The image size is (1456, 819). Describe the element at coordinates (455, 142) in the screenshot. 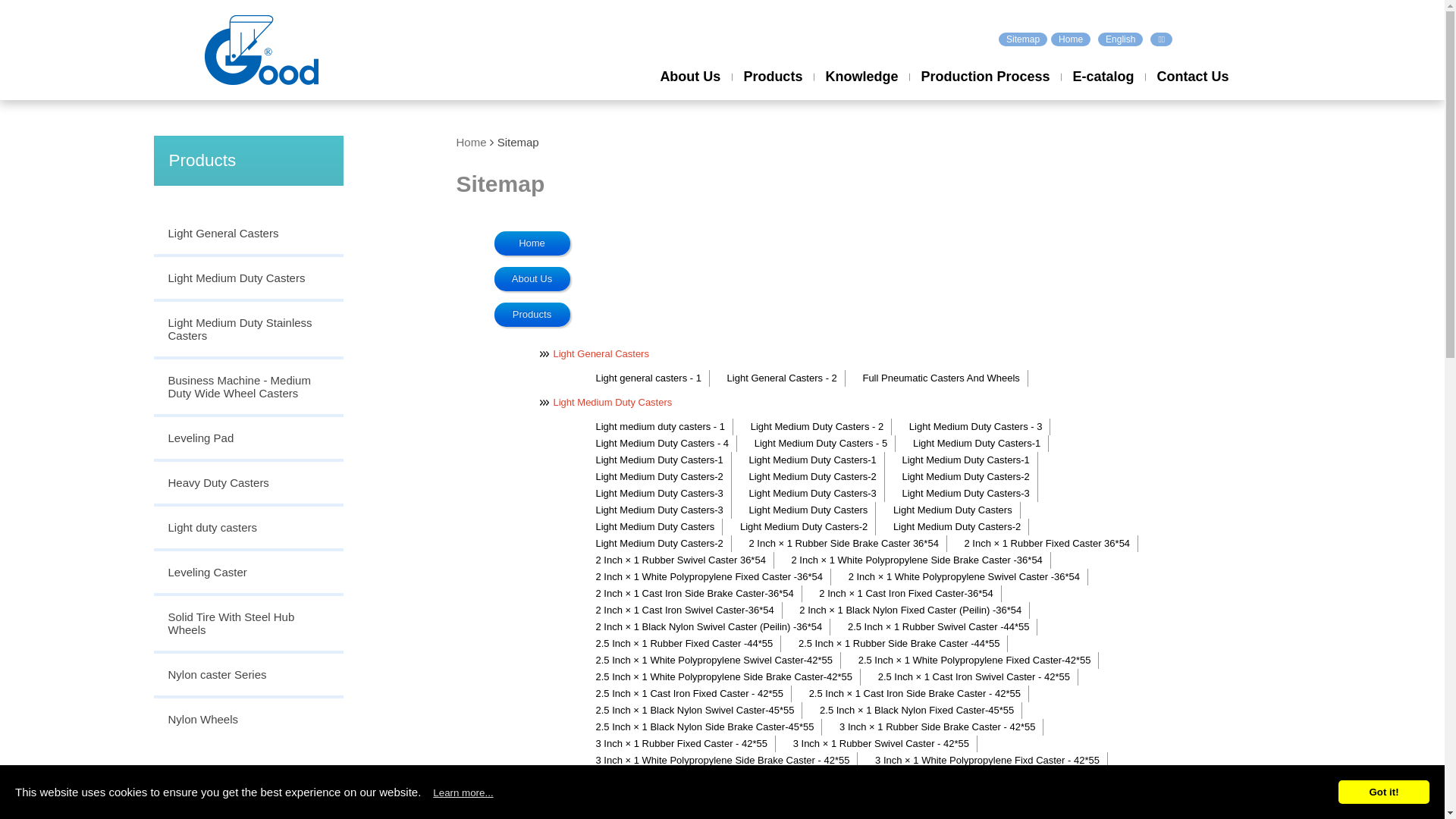

I see `'Home'` at that location.